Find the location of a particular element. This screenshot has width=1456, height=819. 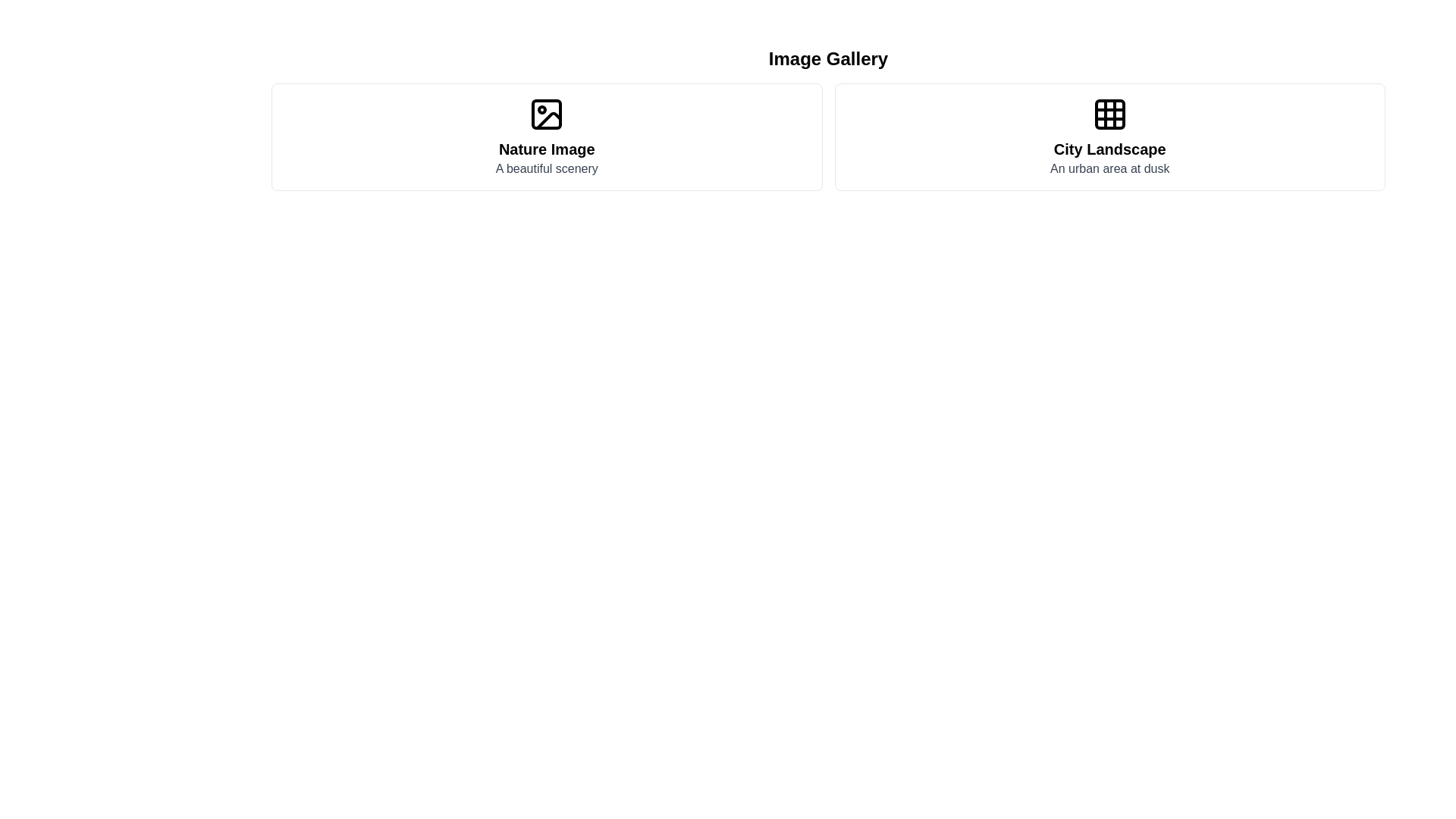

the icon representing an image placeholder located in the upper portion of the bordered card layout, which indicates a preview for an image is located at coordinates (546, 113).